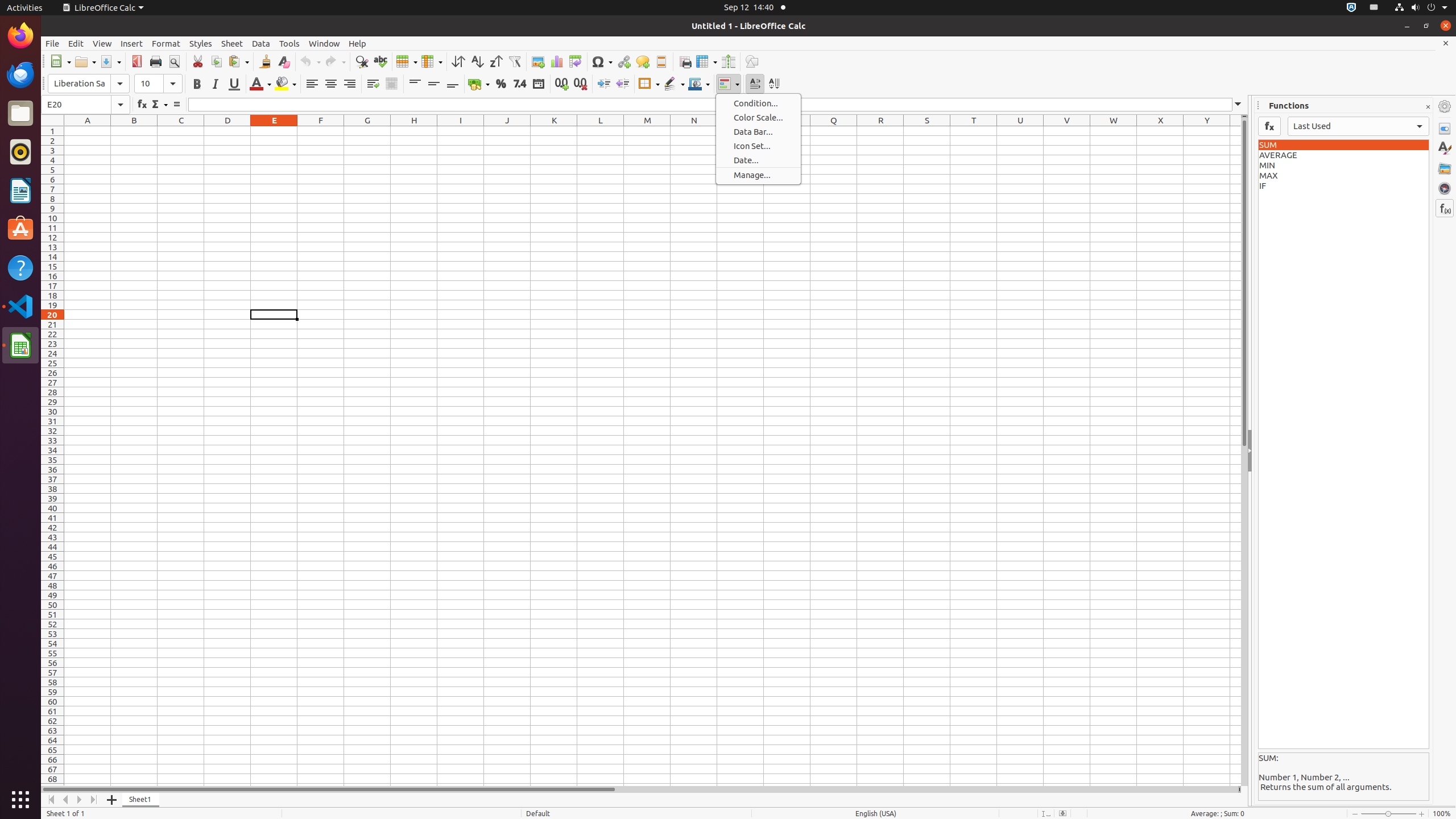 The height and width of the screenshot is (819, 1456). Describe the element at coordinates (1350, 7) in the screenshot. I see `':1.72/StatusNotifierItem'` at that location.